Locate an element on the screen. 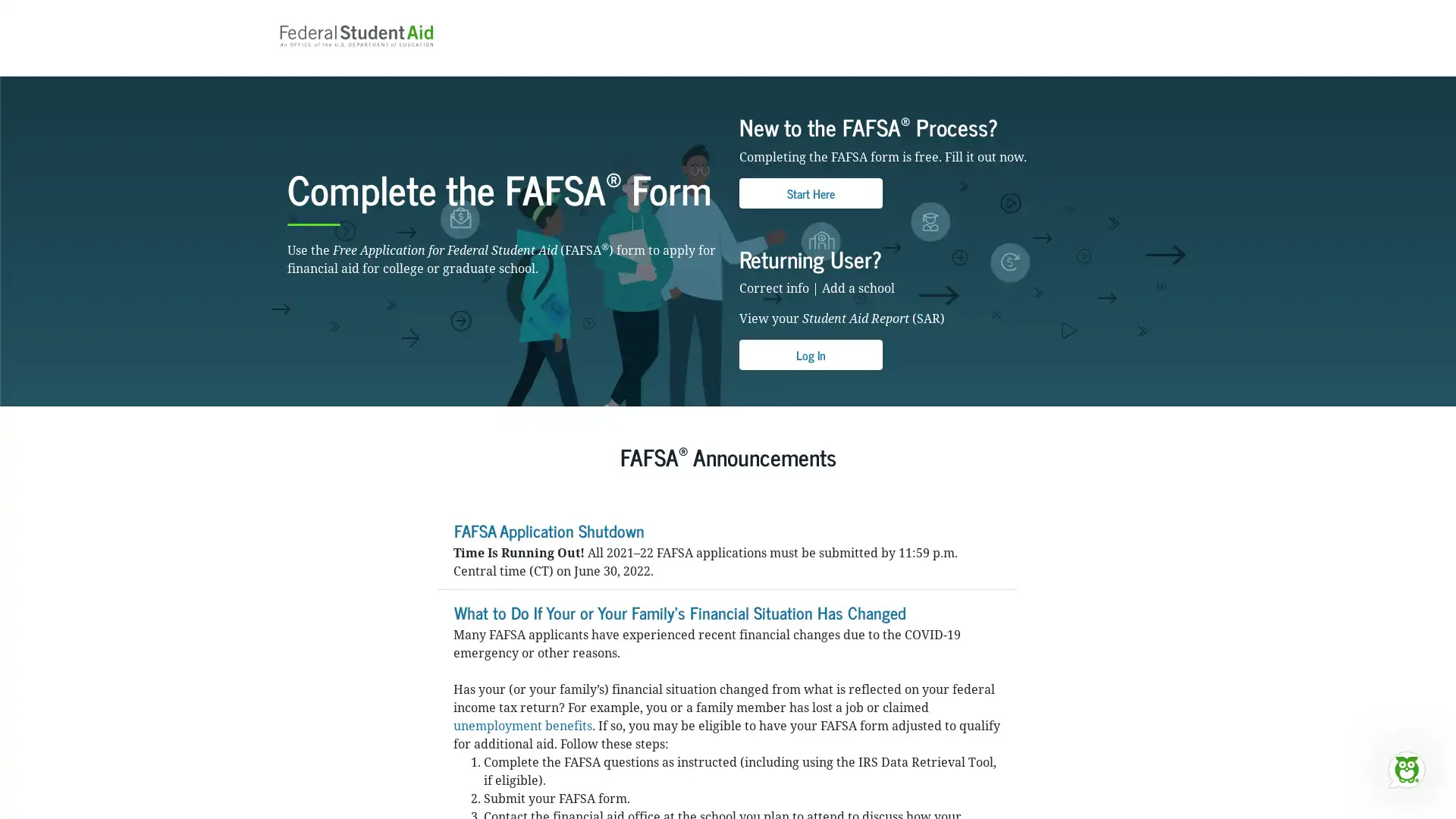 This screenshot has height=819, width=1456. Espanol is located at coordinates (1153, 11).